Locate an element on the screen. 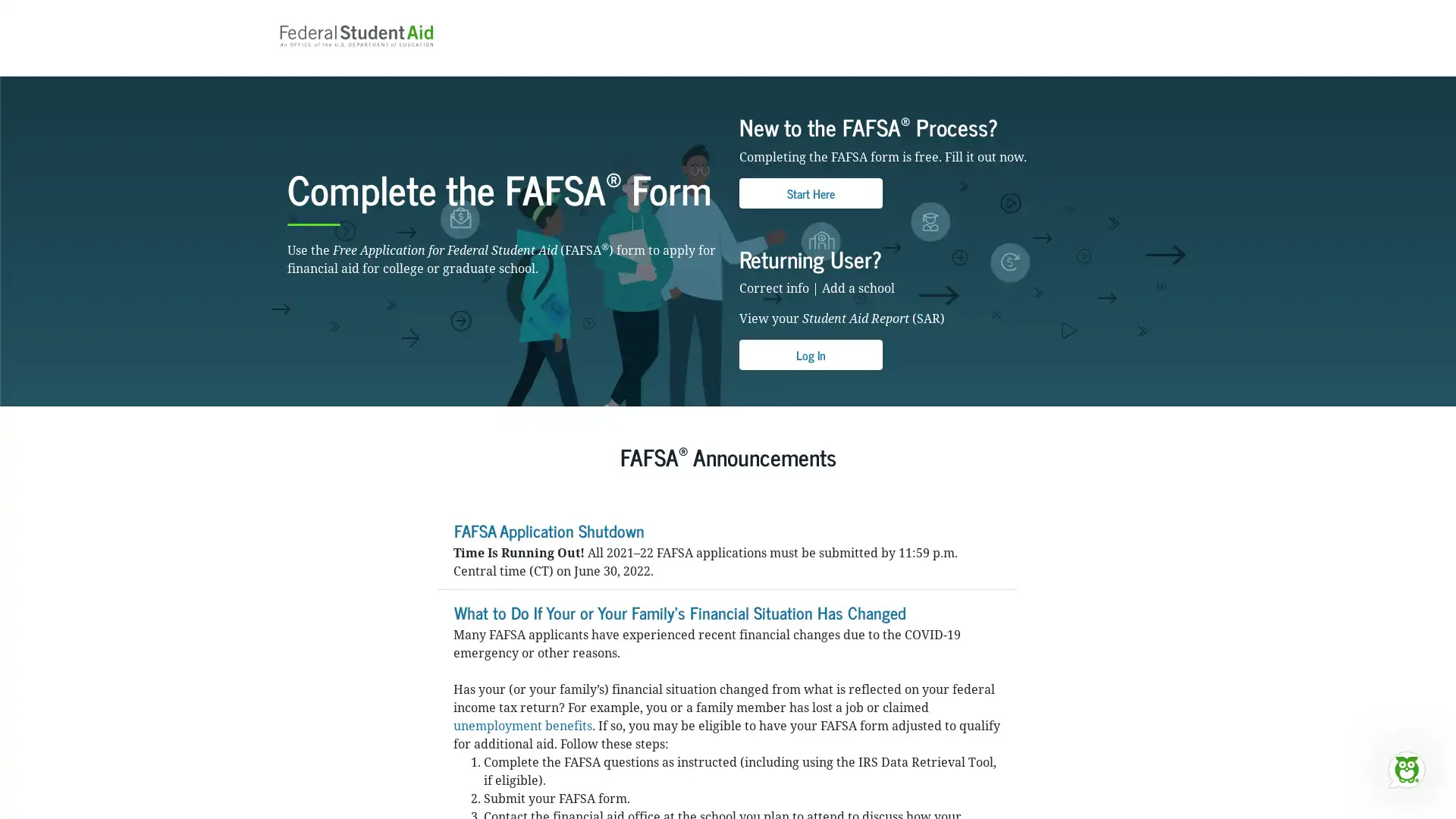 This screenshot has height=819, width=1456. Espanol is located at coordinates (1153, 11).